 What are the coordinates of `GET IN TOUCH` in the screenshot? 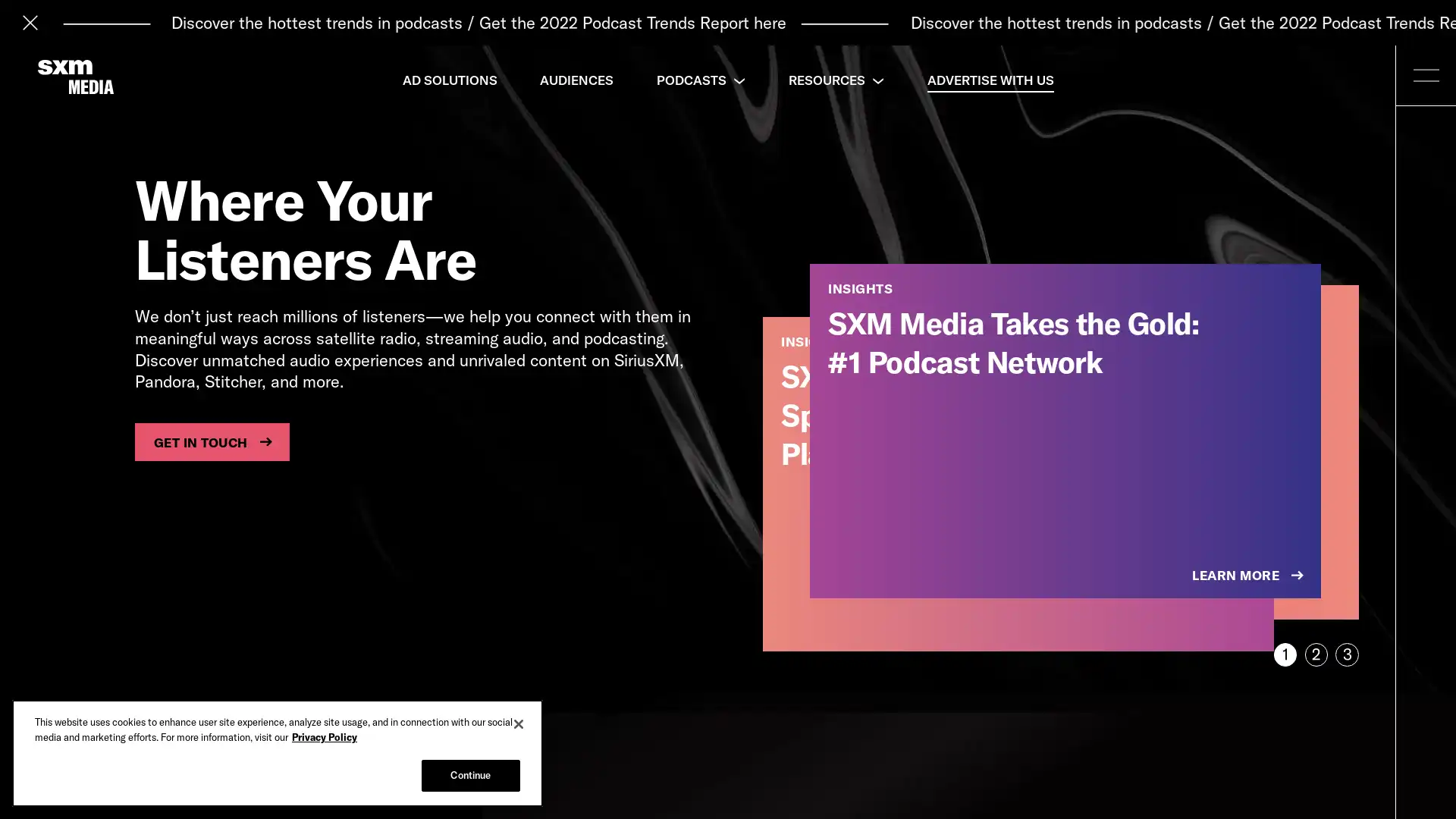 It's located at (211, 441).